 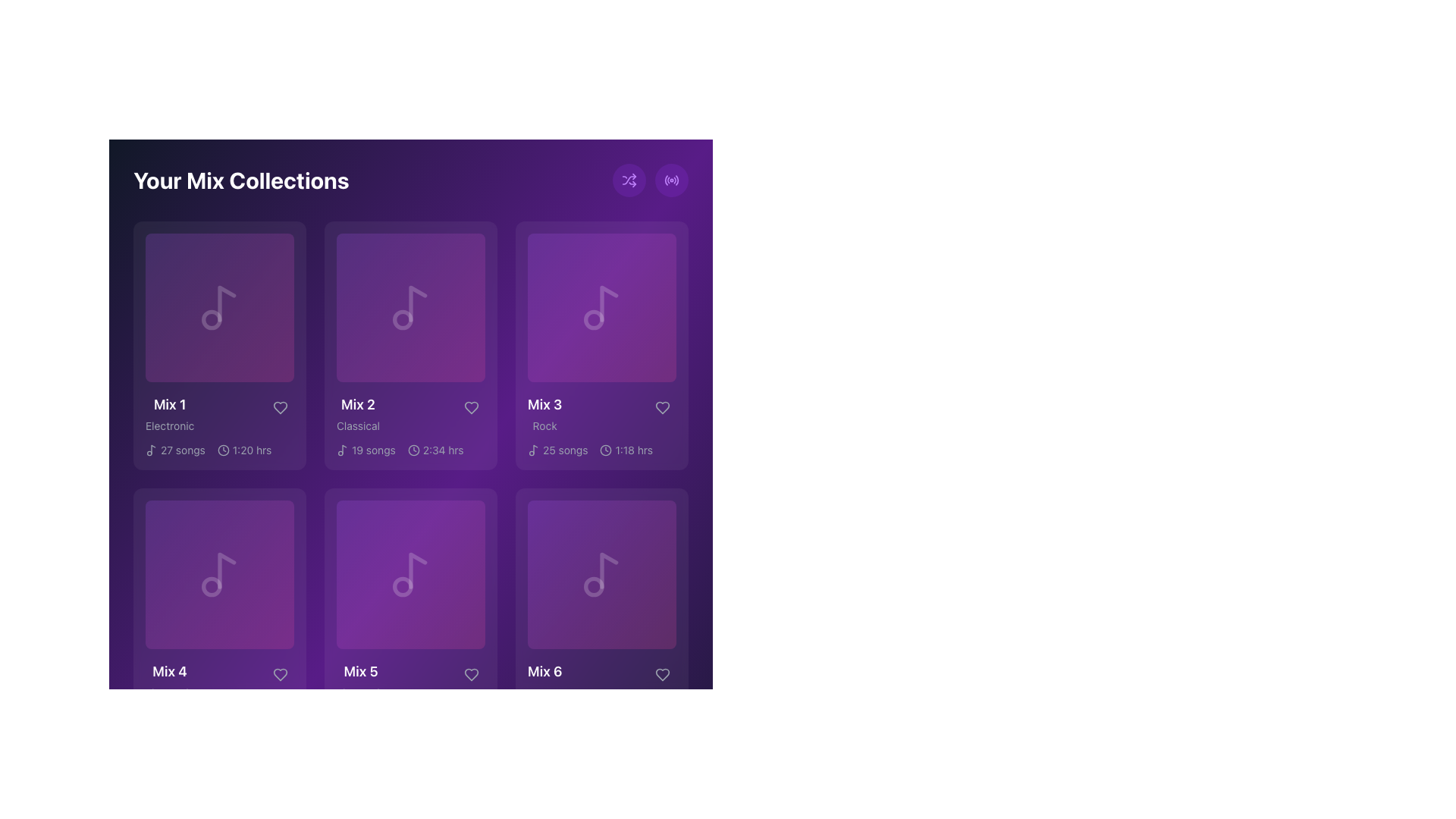 What do you see at coordinates (557, 450) in the screenshot?
I see `the label displaying '25 songs' with a musical note icon, located in the 'Your Mix Collections' section under the title 'Mix 3'` at bounding box center [557, 450].